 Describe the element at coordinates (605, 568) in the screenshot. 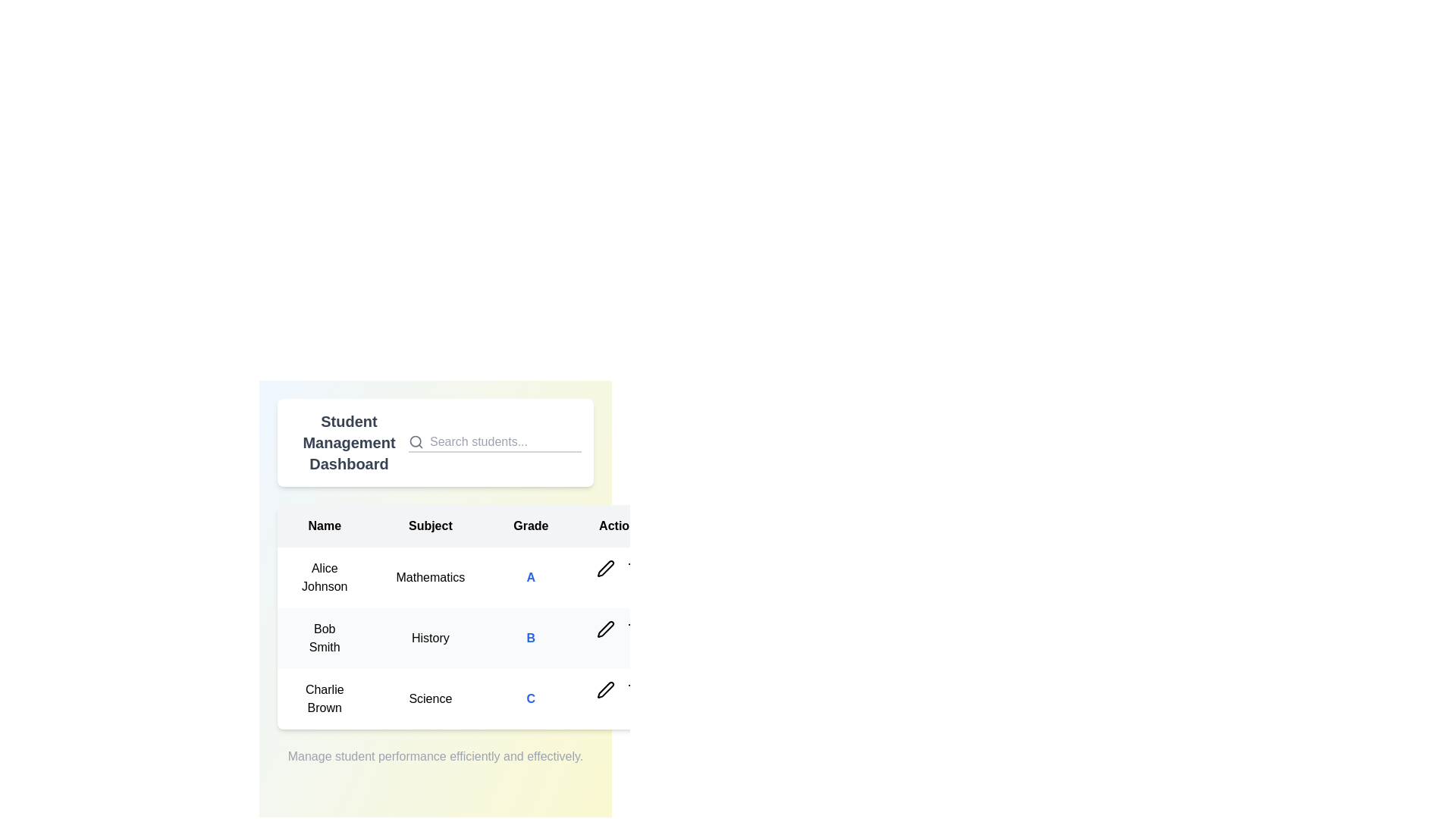

I see `the pen icon edit button located in the first row of the 'Actions' column to initiate editing` at that location.